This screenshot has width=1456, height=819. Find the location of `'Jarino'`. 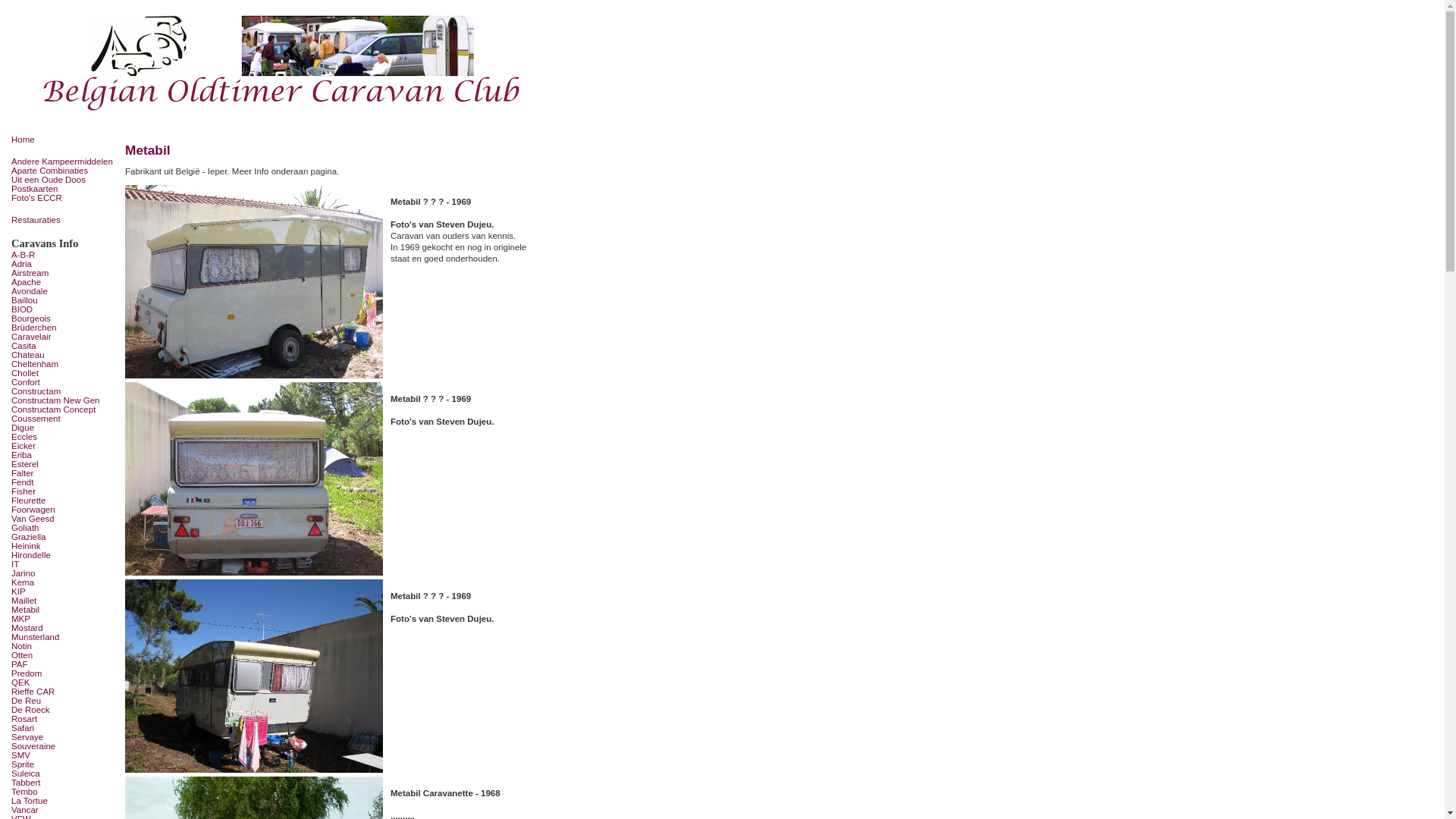

'Jarino' is located at coordinates (64, 573).